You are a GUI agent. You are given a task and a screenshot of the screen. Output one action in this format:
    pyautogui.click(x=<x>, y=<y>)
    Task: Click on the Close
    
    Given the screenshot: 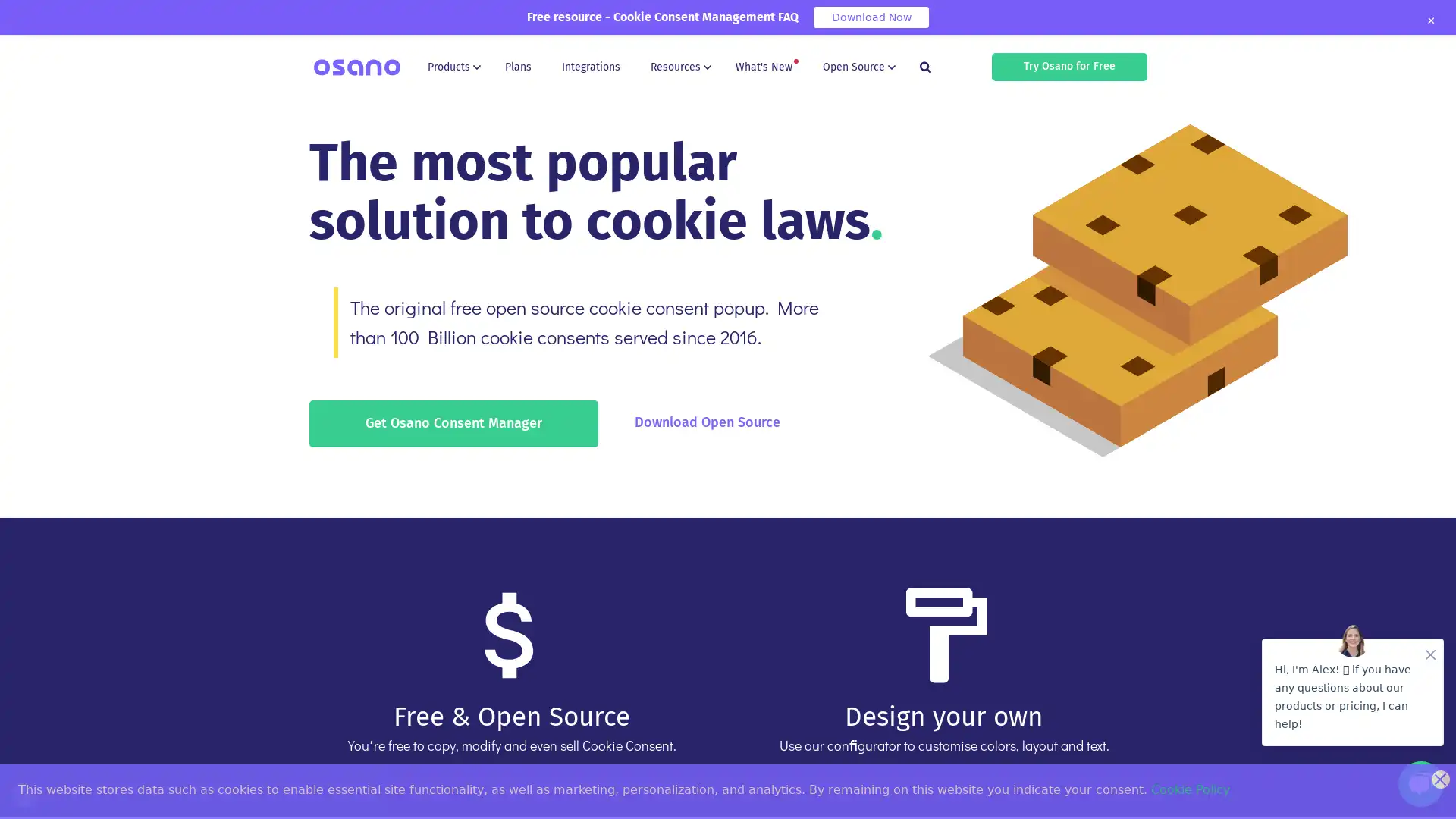 What is the action you would take?
    pyautogui.click(x=1429, y=20)
    